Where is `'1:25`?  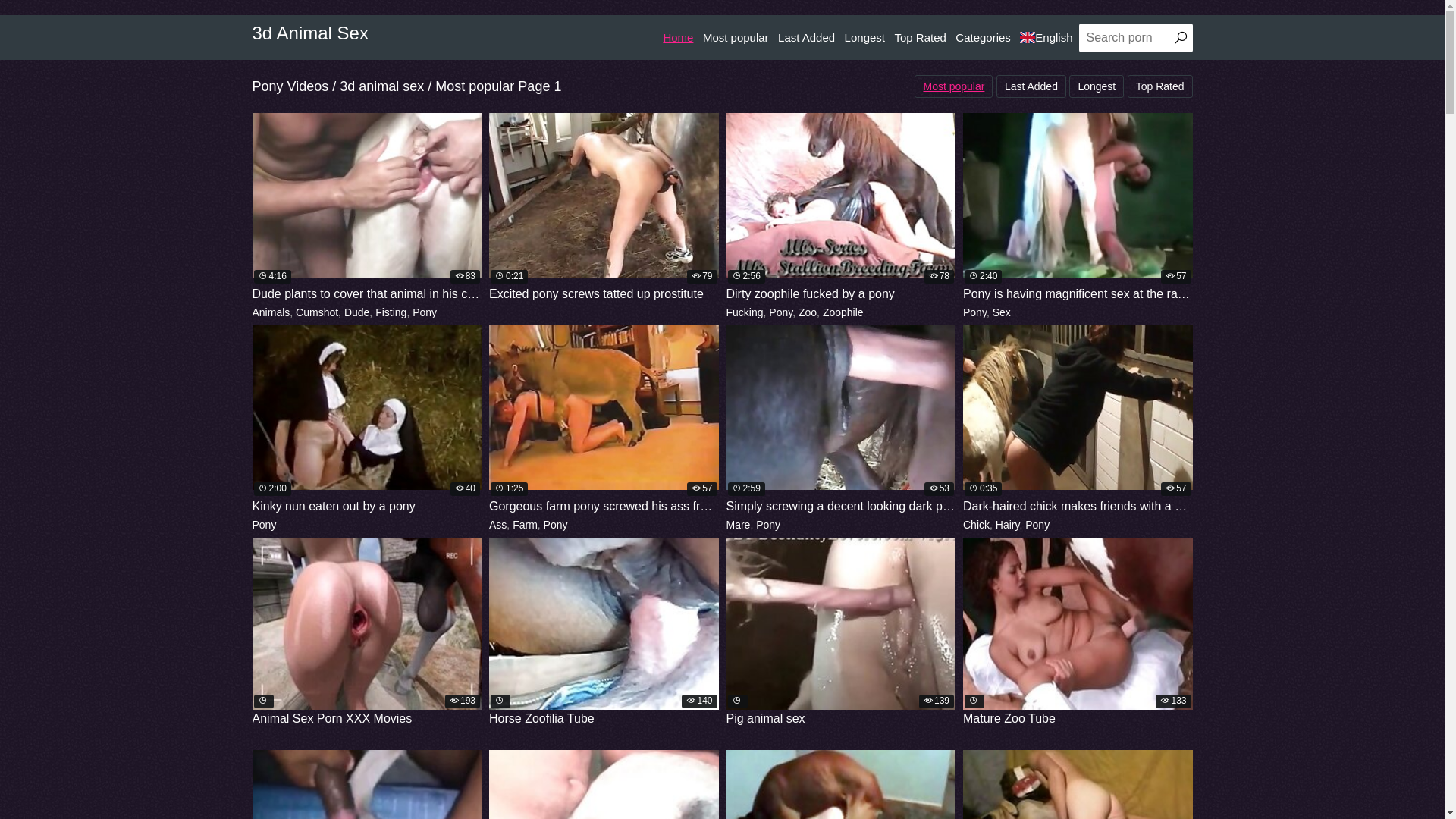
'1:25 is located at coordinates (603, 420).